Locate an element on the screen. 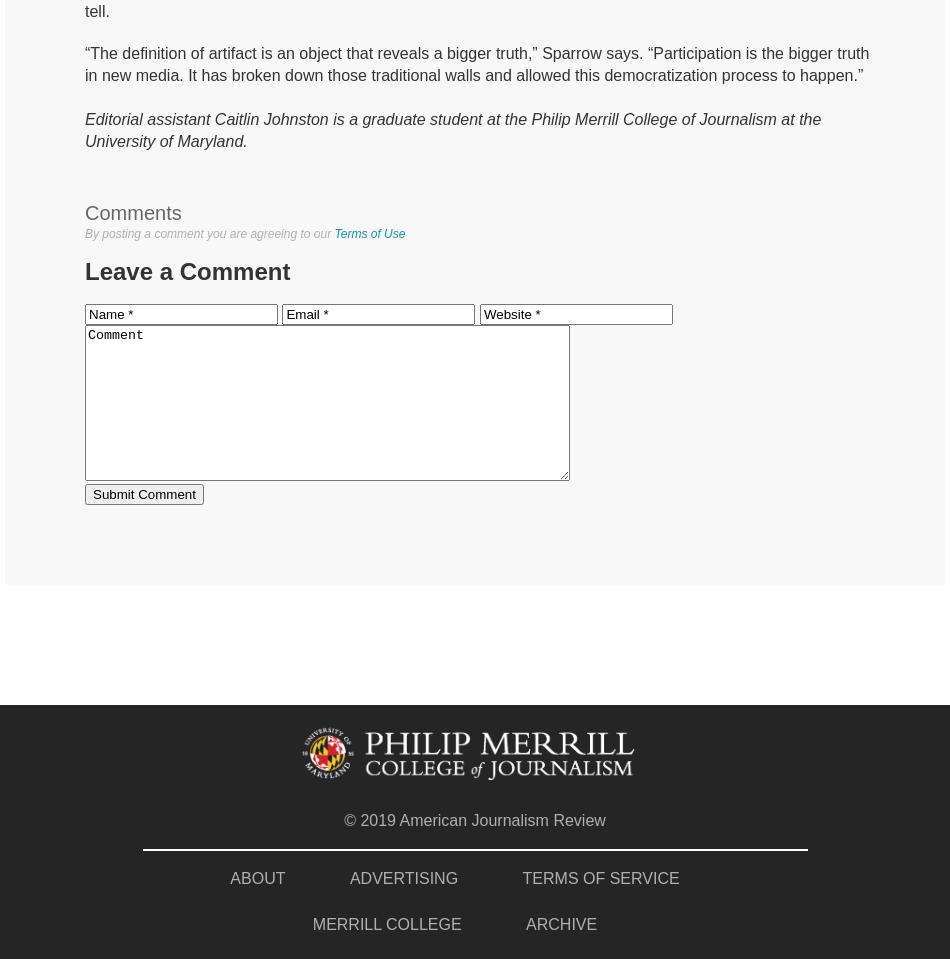  'TERMS OF SERVICE' is located at coordinates (600, 876).